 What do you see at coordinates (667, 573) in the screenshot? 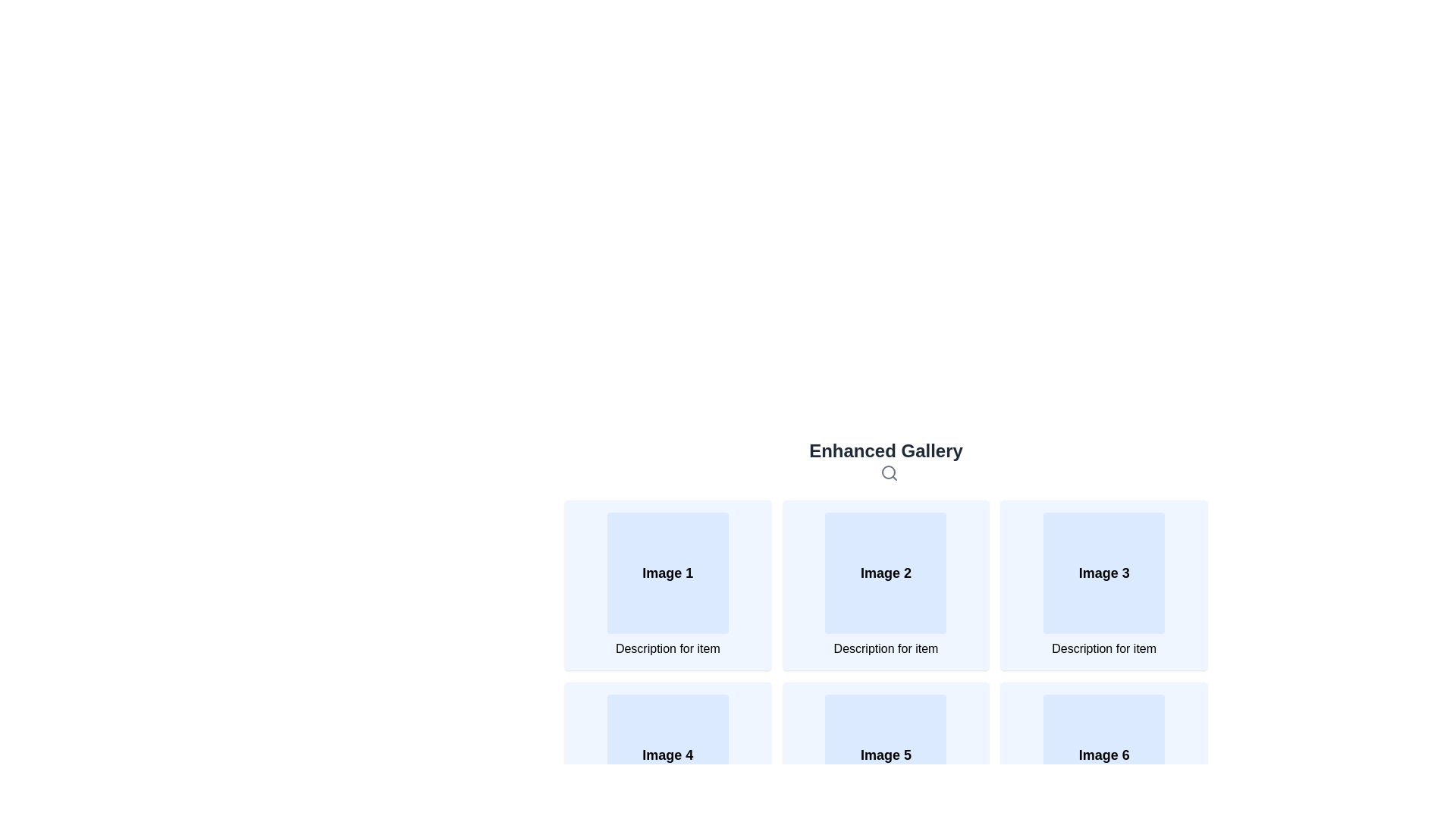
I see `the first item card in the gallery grid layout, located in the top-left corner, which serves as a visual placeholder for a specific image or category` at bounding box center [667, 573].